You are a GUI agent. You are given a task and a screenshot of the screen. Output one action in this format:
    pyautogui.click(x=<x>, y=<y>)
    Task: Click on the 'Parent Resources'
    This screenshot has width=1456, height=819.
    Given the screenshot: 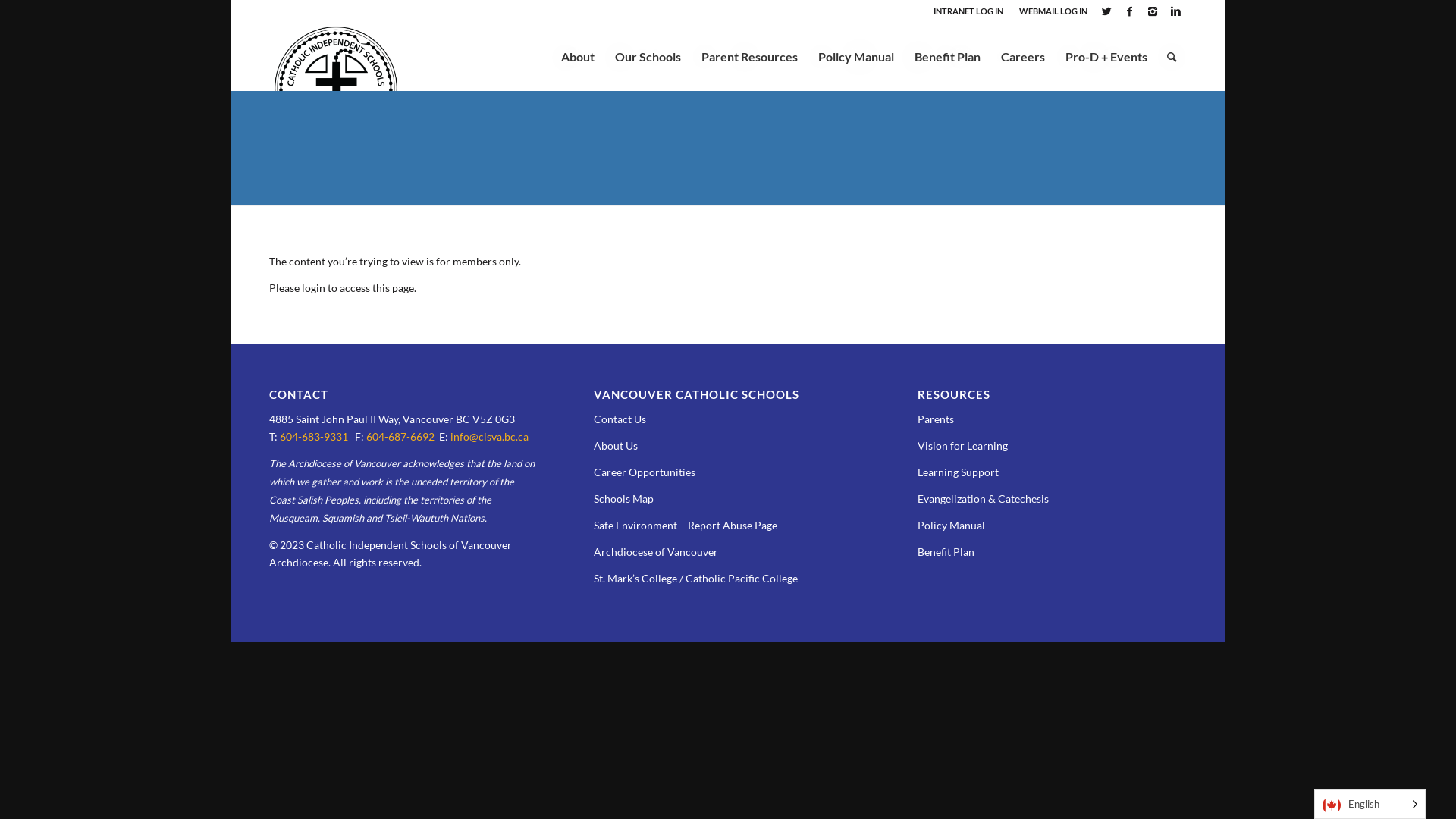 What is the action you would take?
    pyautogui.click(x=749, y=55)
    